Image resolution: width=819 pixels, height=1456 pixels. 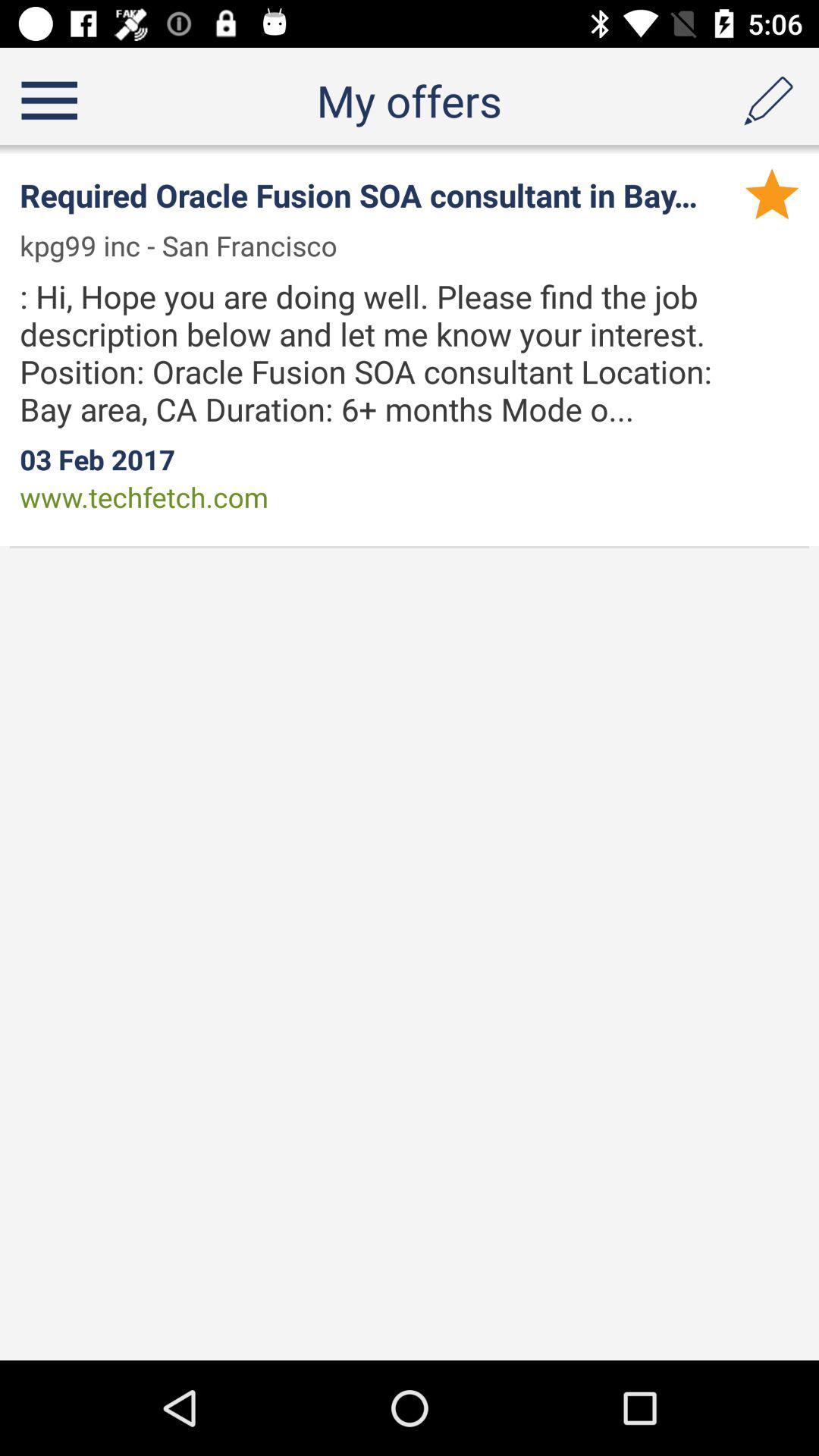 What do you see at coordinates (144, 497) in the screenshot?
I see `the item below 03 feb 2017 icon` at bounding box center [144, 497].